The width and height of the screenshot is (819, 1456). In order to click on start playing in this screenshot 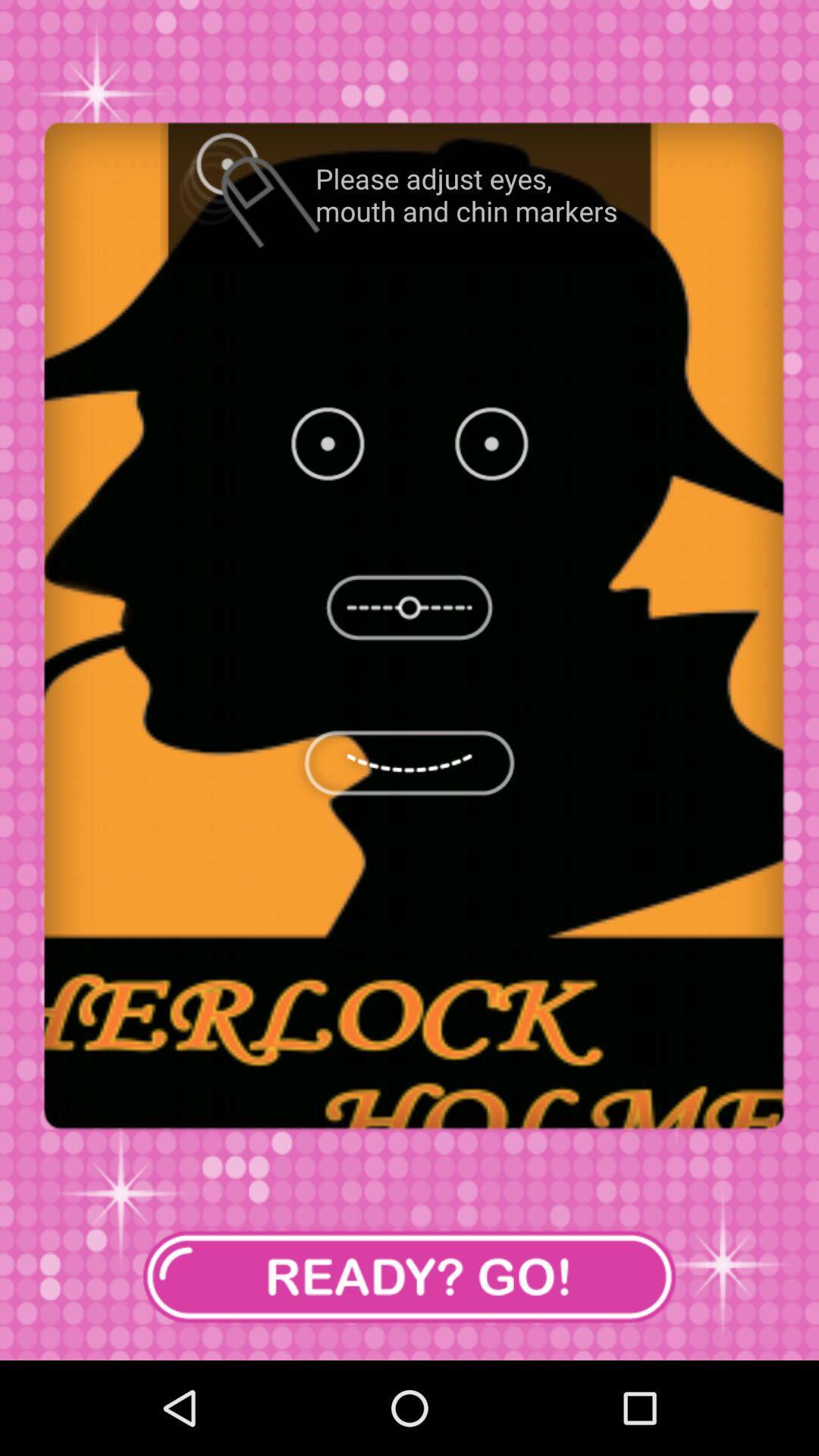, I will do `click(409, 1276)`.